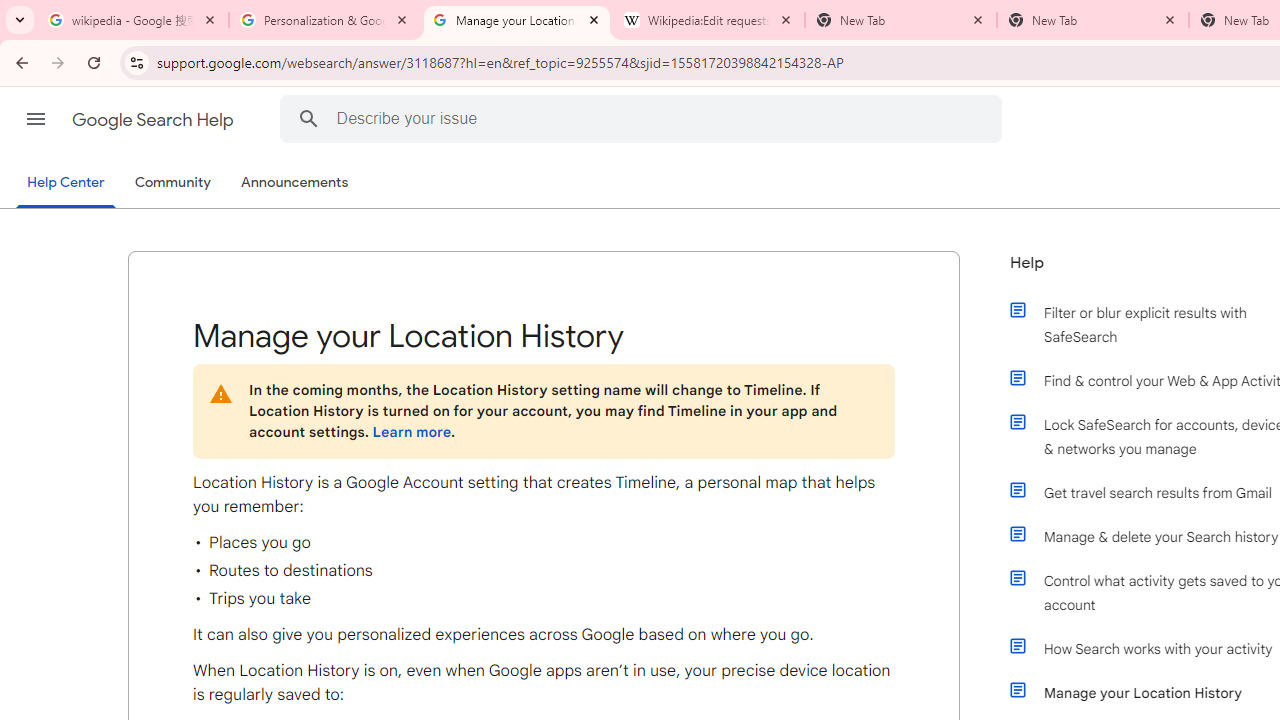 Image resolution: width=1280 pixels, height=720 pixels. What do you see at coordinates (410, 431) in the screenshot?
I see `'Learn more'` at bounding box center [410, 431].